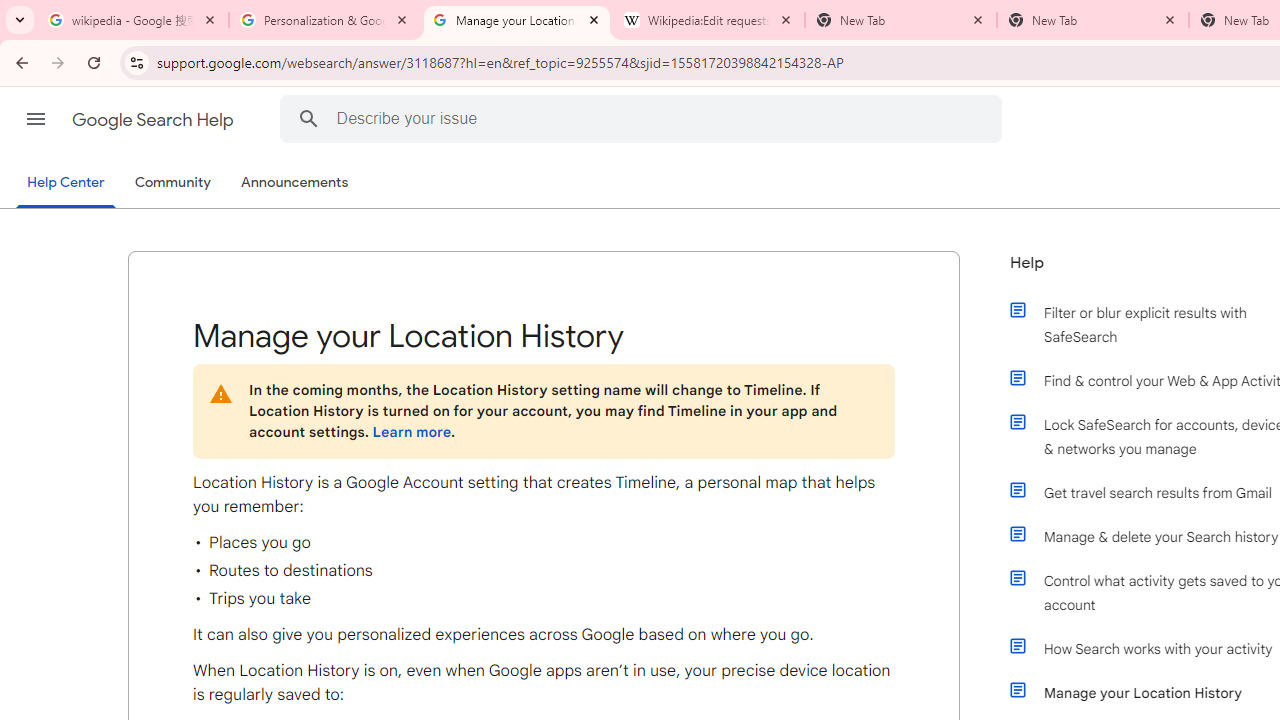 Image resolution: width=1280 pixels, height=720 pixels. What do you see at coordinates (410, 431) in the screenshot?
I see `'Learn more'` at bounding box center [410, 431].